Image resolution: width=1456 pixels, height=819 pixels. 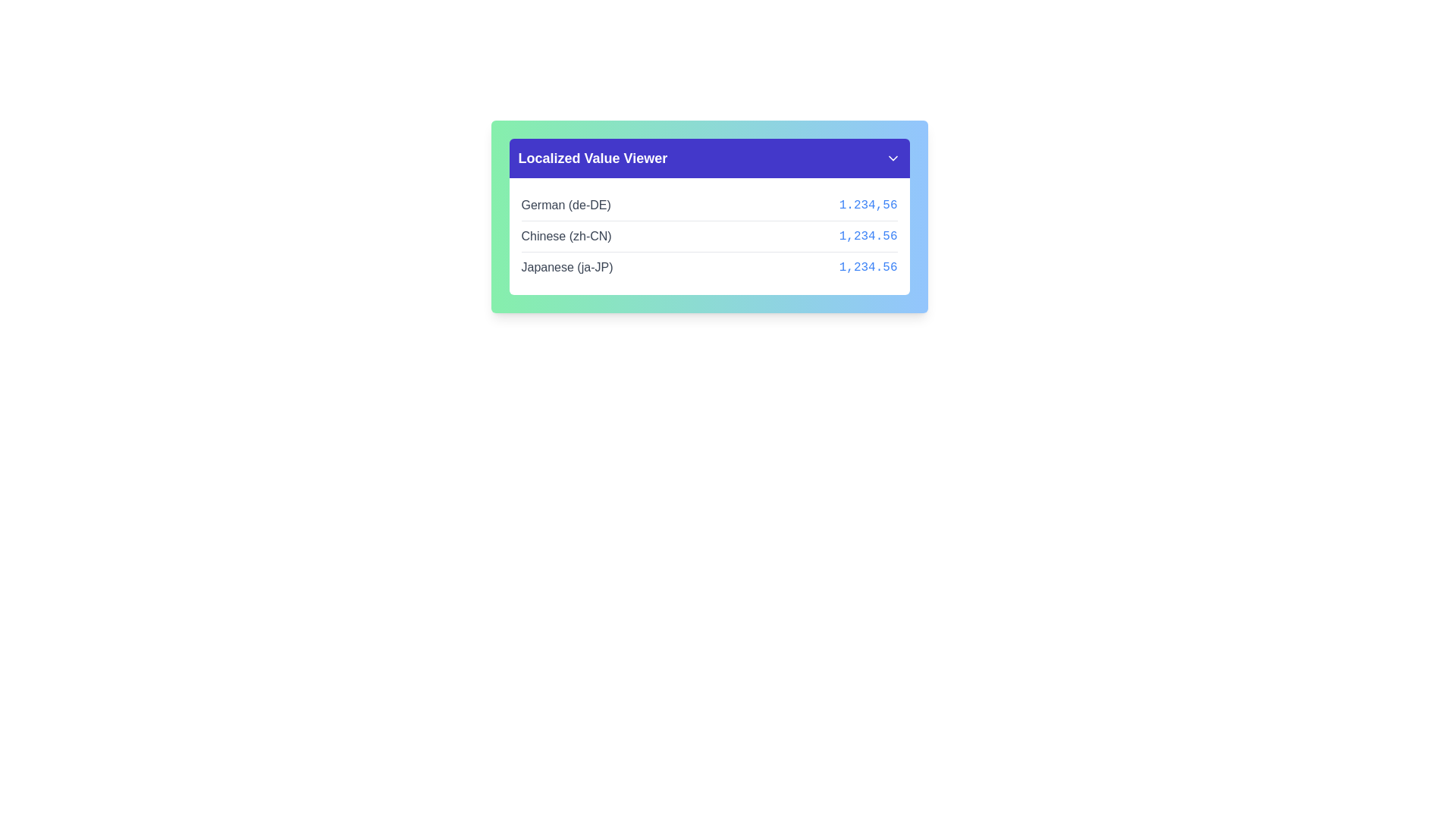 I want to click on the second Key-Value Pair Row displaying a language locale and numeric value, located between 'German (de-DE)' and 'Japanese (ja-JP)', so click(x=708, y=237).